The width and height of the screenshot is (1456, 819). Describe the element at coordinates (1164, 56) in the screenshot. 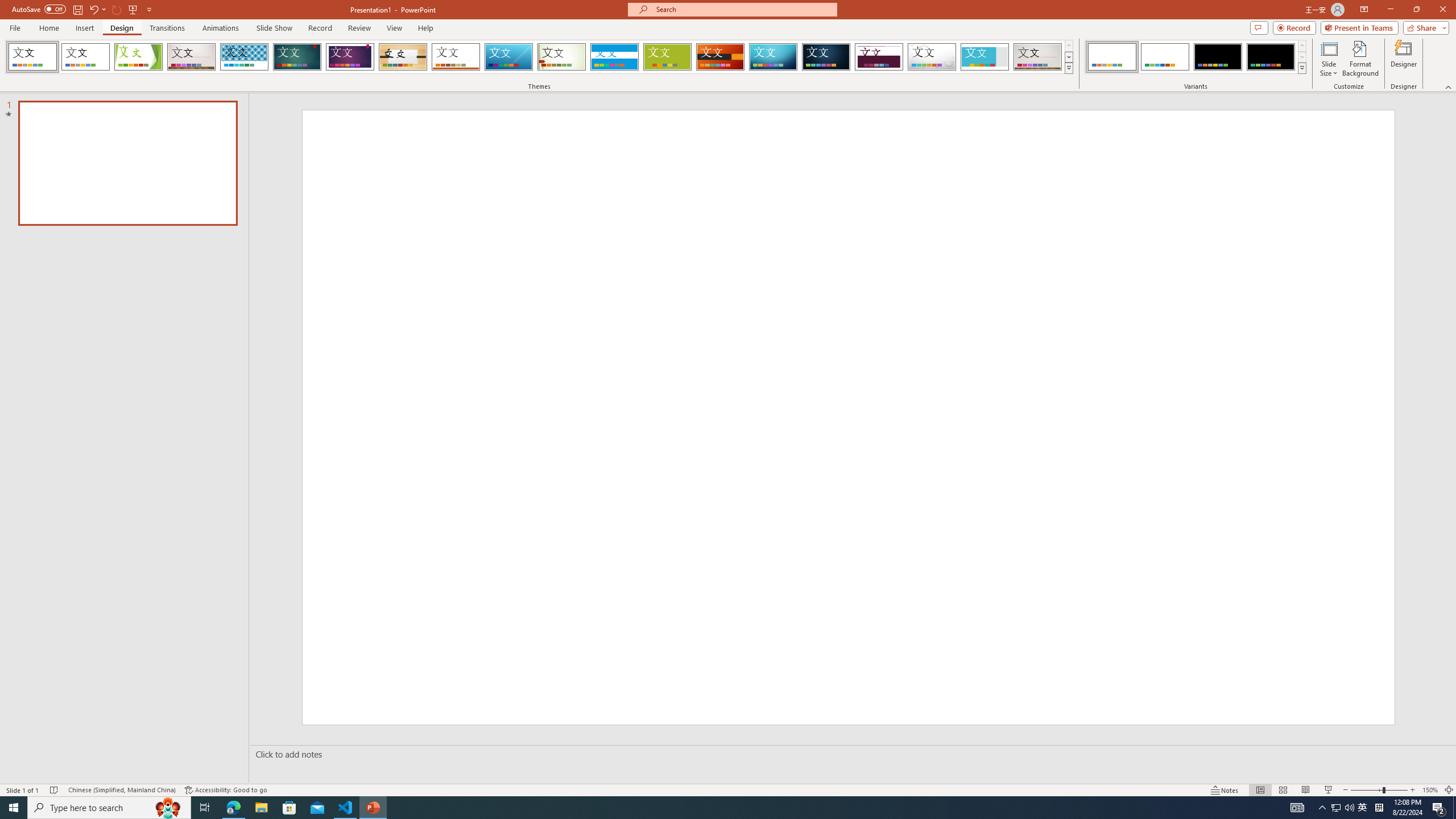

I see `'Office Theme Variant 2'` at that location.